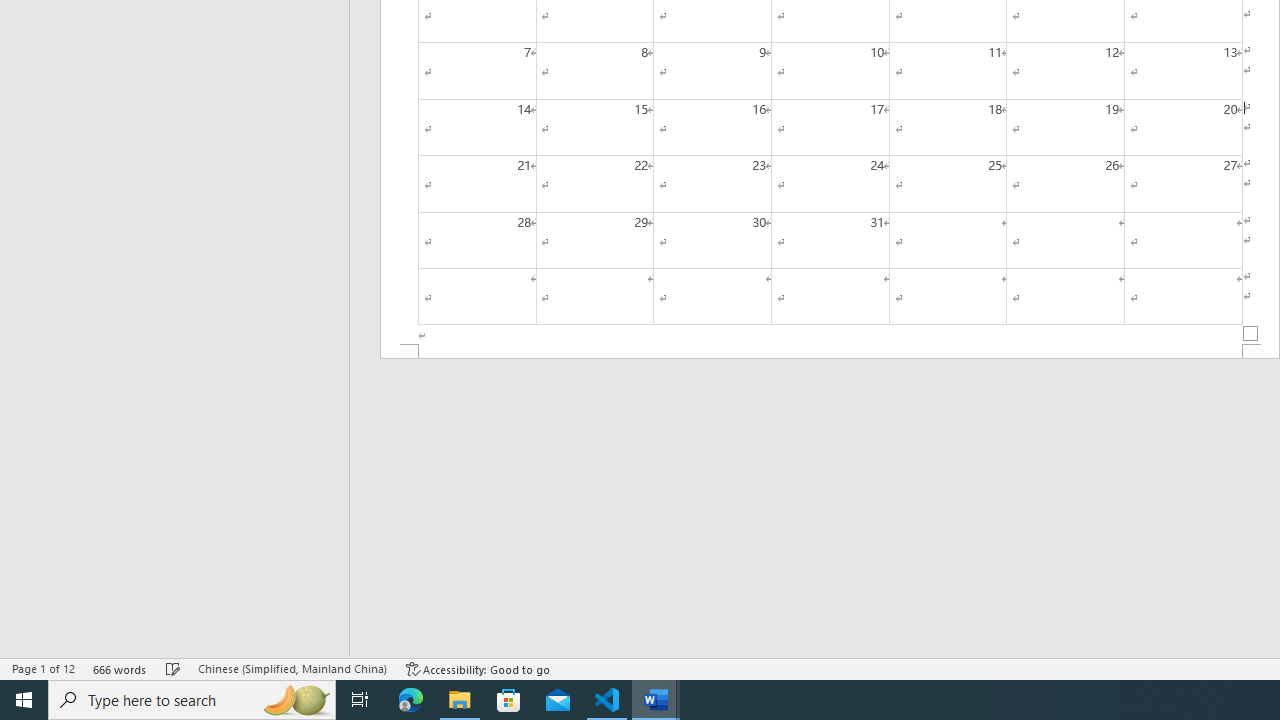 The width and height of the screenshot is (1280, 720). What do you see at coordinates (291, 669) in the screenshot?
I see `'Language Chinese (Simplified, Mainland China)'` at bounding box center [291, 669].